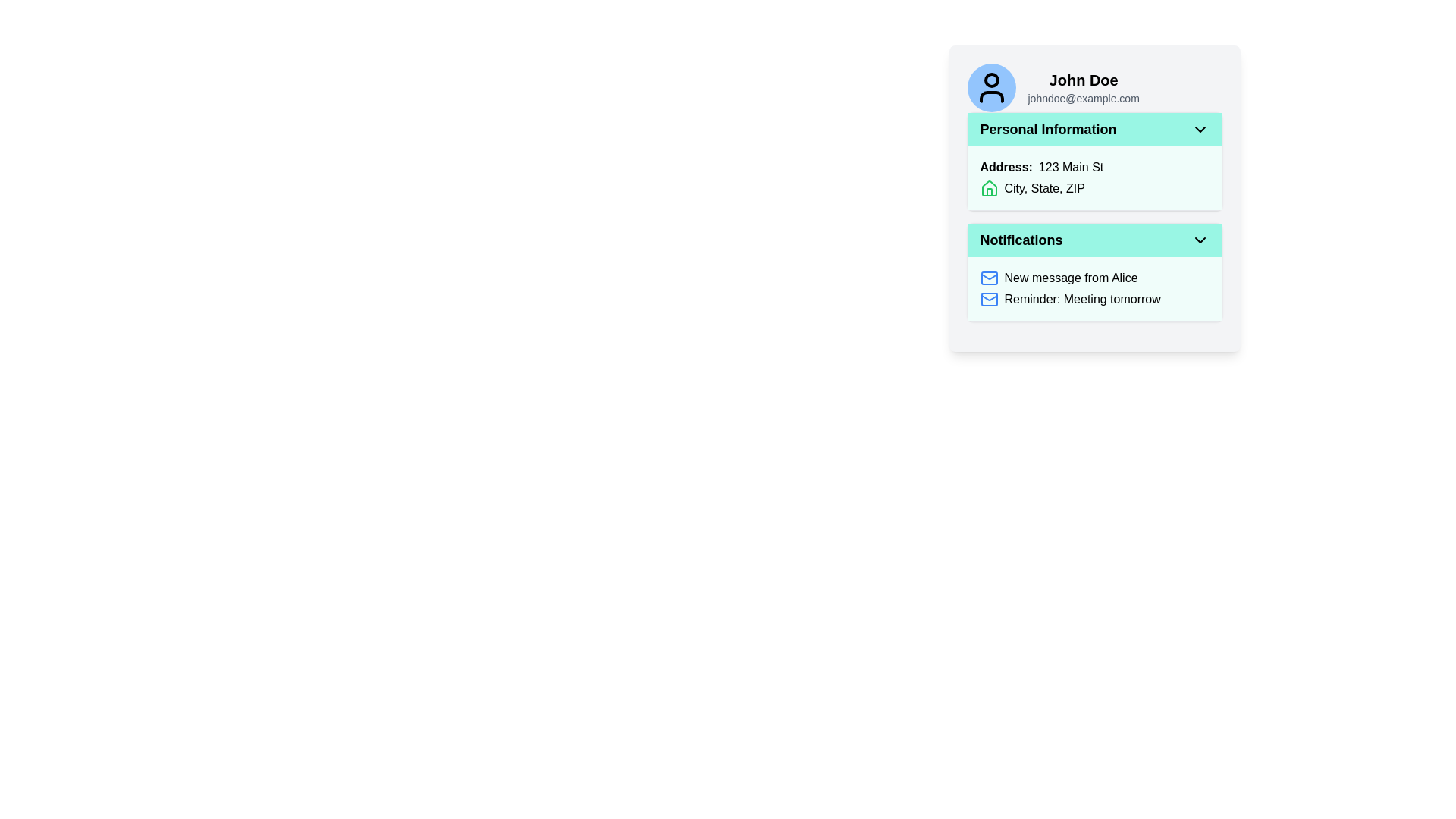  Describe the element at coordinates (991, 80) in the screenshot. I see `decorative icon component within the avatar icon located at the top-left corner of the card using developer tools` at that location.